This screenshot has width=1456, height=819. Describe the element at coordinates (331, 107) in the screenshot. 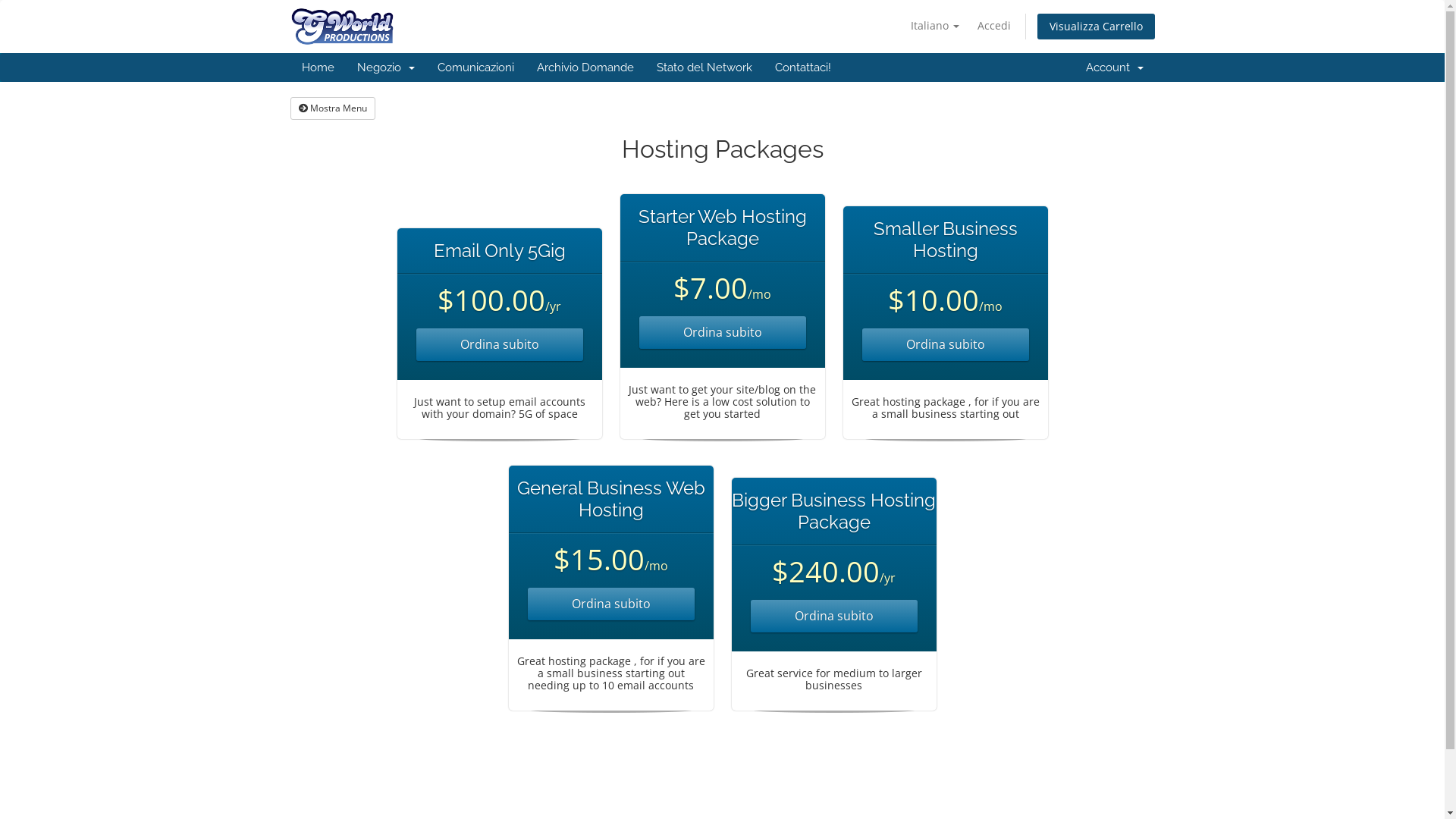

I see `'Mostra Menu'` at that location.